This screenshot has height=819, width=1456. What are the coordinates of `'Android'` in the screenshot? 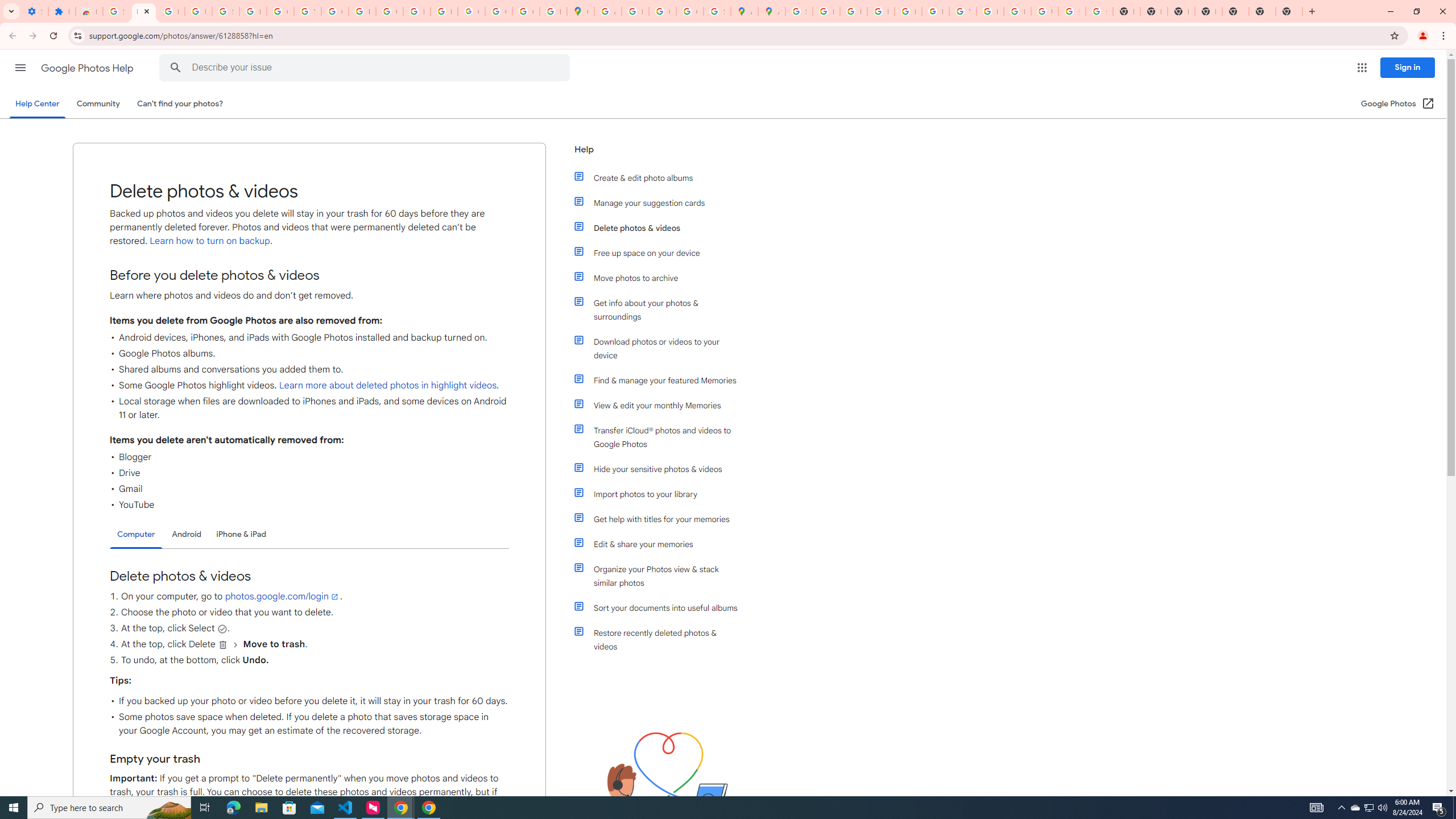 It's located at (186, 533).